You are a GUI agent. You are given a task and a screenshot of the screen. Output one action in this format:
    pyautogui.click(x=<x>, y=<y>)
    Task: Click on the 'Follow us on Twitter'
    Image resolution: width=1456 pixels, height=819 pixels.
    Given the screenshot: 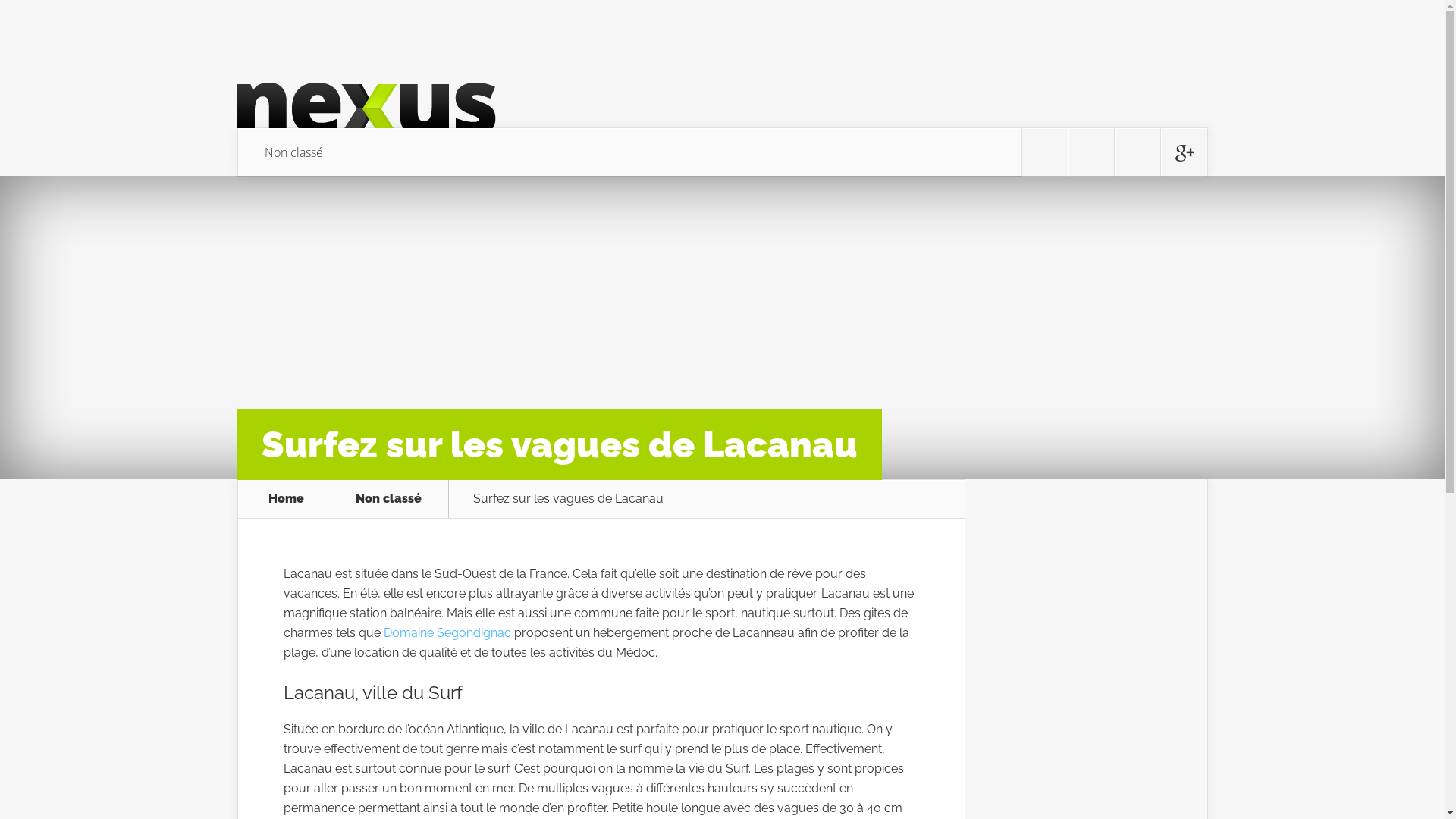 What is the action you would take?
    pyautogui.click(x=1022, y=152)
    